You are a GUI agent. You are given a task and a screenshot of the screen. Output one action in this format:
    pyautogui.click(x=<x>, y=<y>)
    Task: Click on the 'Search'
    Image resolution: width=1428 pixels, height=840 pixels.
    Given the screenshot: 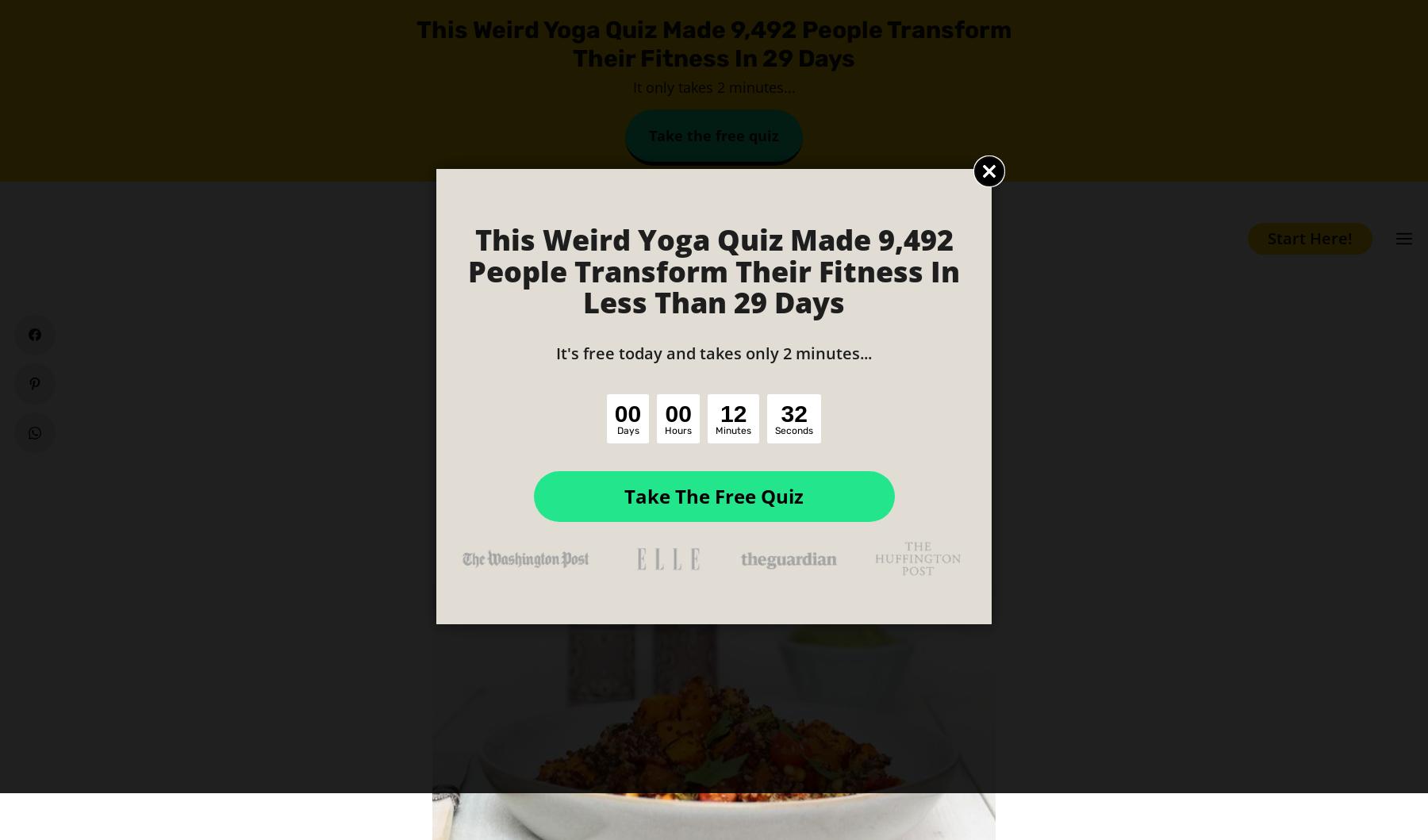 What is the action you would take?
    pyautogui.click(x=773, y=102)
    